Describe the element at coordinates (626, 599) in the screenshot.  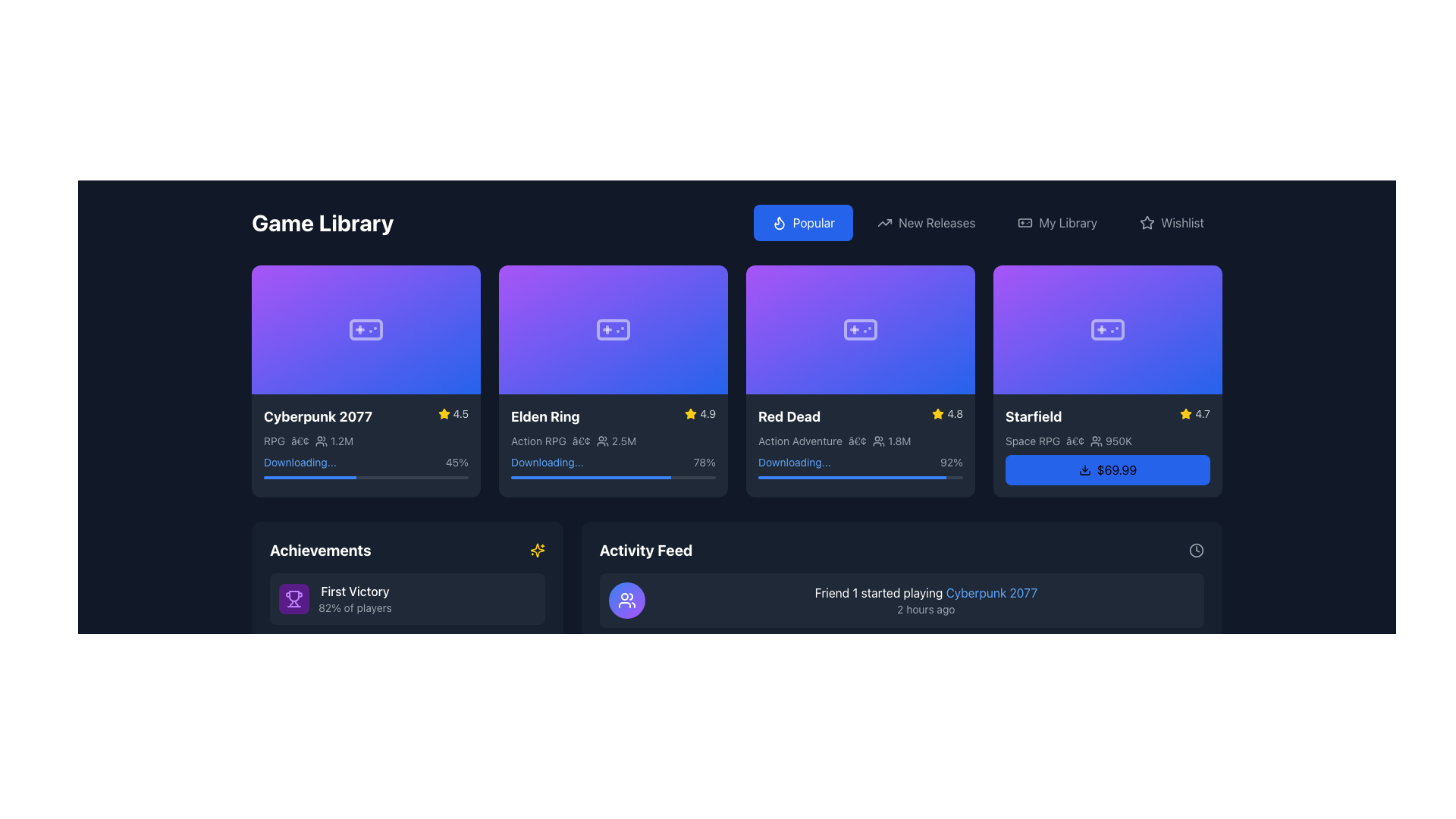
I see `the SVG icon resembling two figures, which is embedded in a circular decorative background transitioning from blue to purple in the 'Activity Feed' panel` at that location.